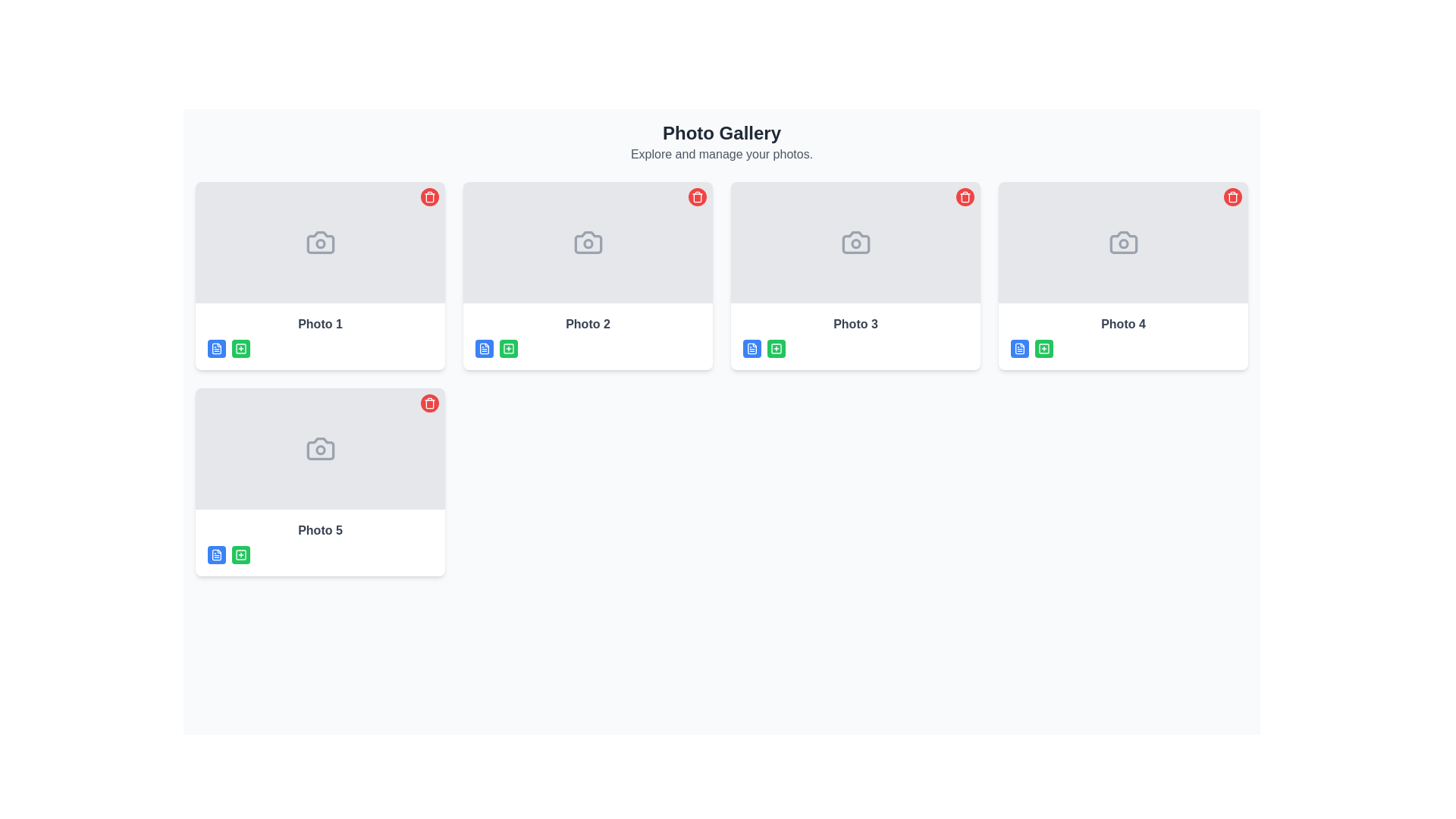 The height and width of the screenshot is (819, 1456). What do you see at coordinates (587, 242) in the screenshot?
I see `the camera icon located on the gray card labeled 'Photo 2' in the photo gallery grid` at bounding box center [587, 242].